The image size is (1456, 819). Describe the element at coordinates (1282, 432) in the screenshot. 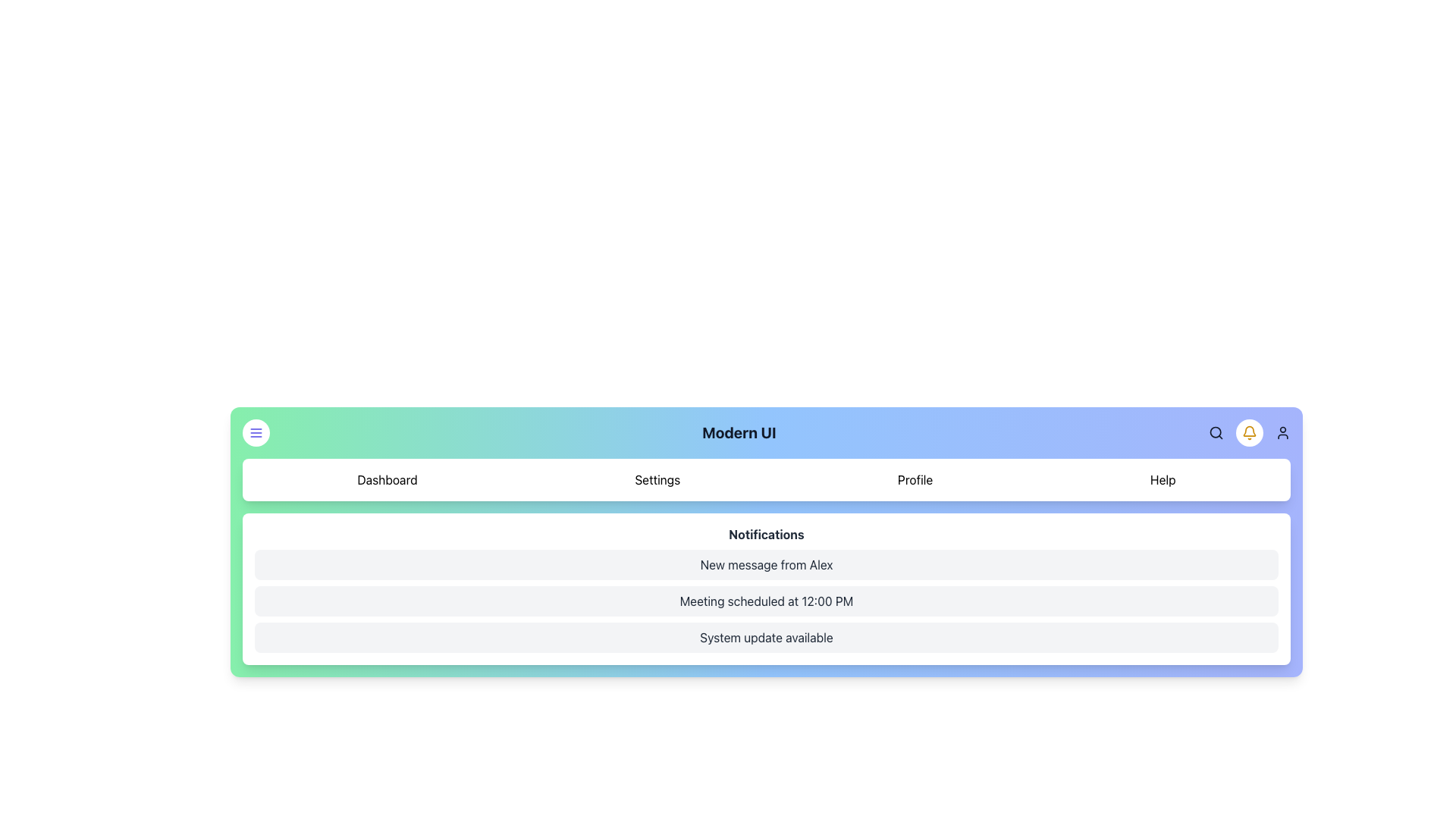

I see `the Profile Icon located at the top-right corner of the navigation bar` at that location.